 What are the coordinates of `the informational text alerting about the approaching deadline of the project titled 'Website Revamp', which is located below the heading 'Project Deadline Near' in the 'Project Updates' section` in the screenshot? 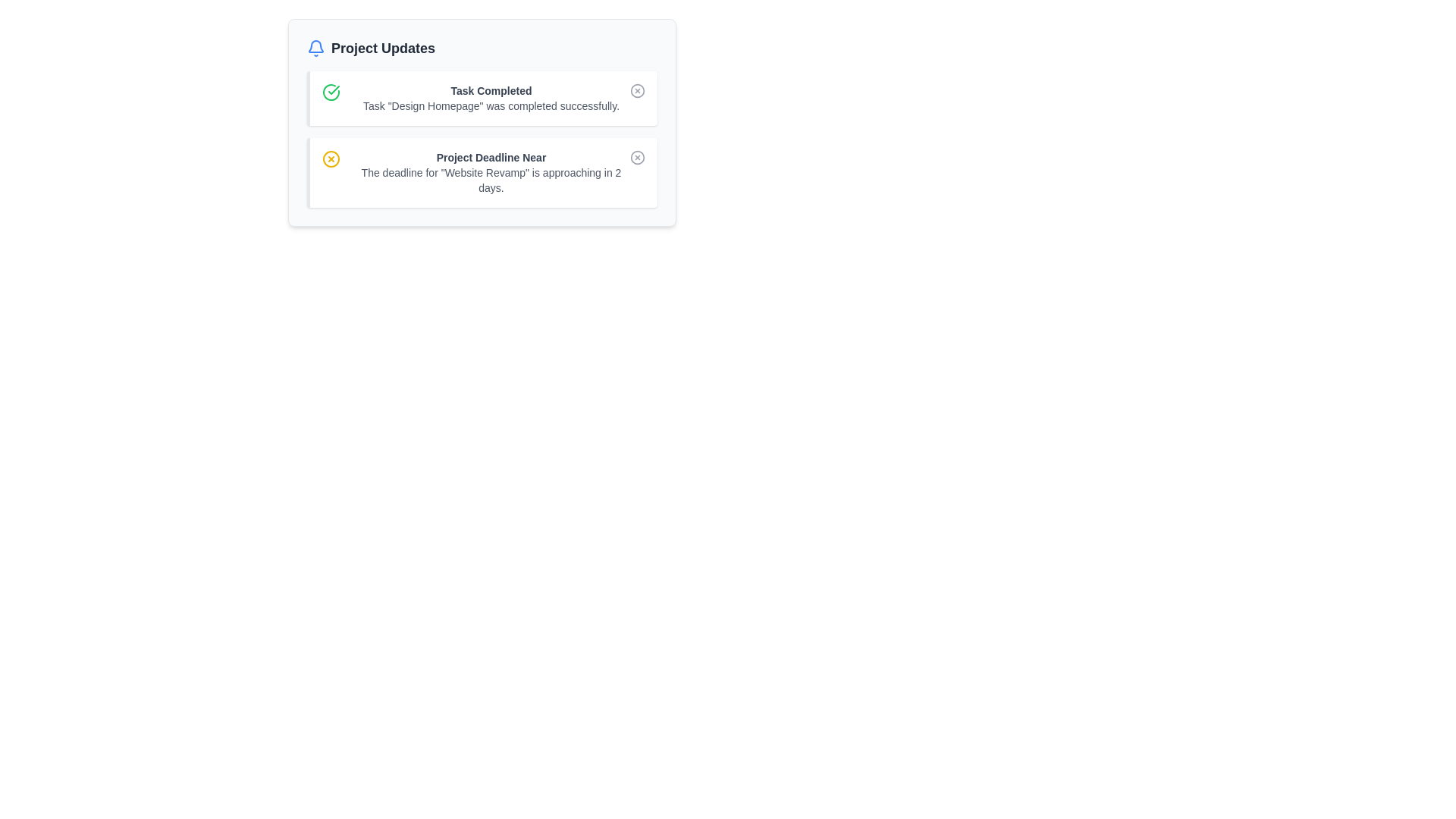 It's located at (491, 180).